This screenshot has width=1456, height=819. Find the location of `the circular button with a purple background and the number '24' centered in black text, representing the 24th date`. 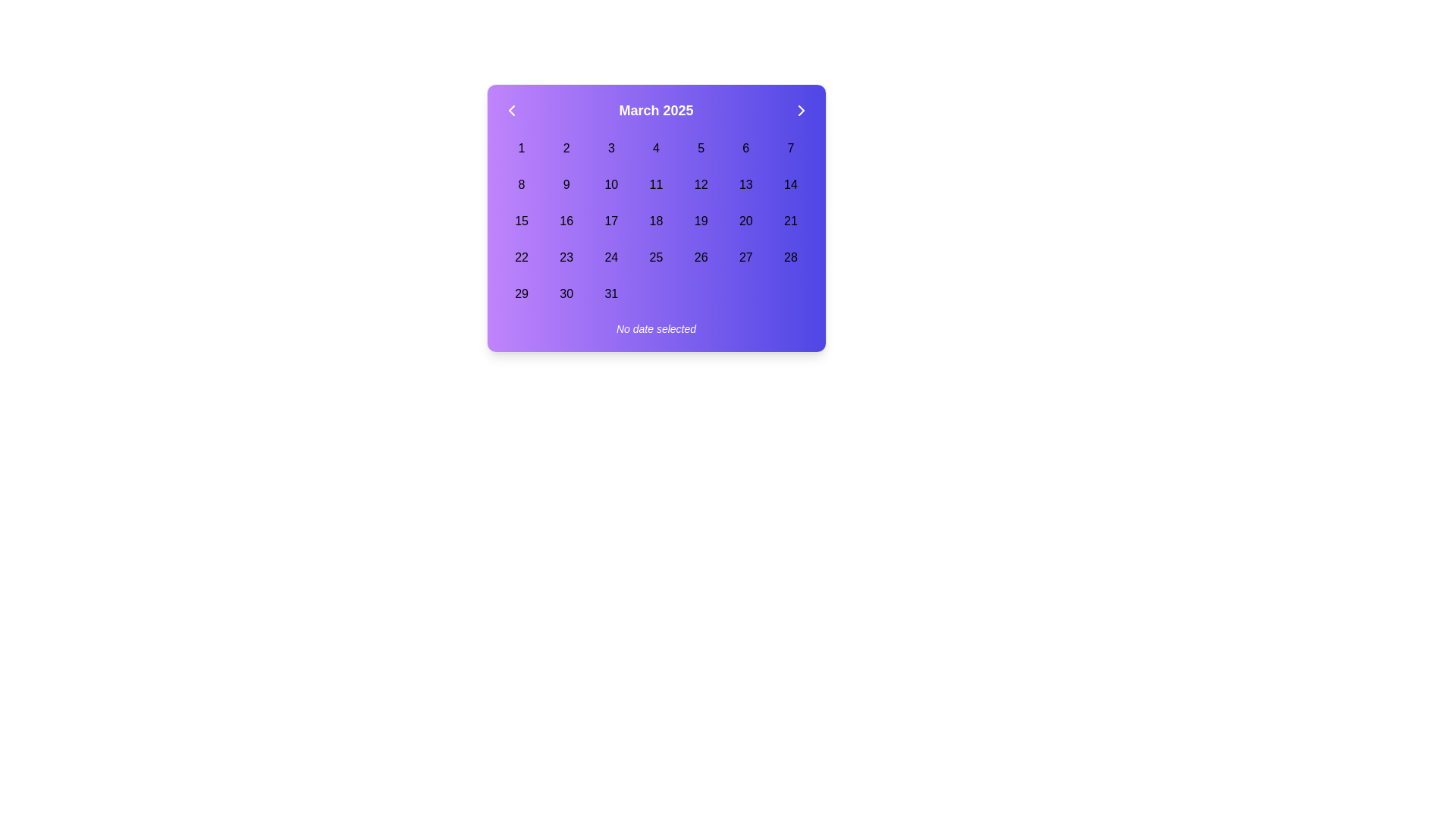

the circular button with a purple background and the number '24' centered in black text, representing the 24th date is located at coordinates (611, 256).